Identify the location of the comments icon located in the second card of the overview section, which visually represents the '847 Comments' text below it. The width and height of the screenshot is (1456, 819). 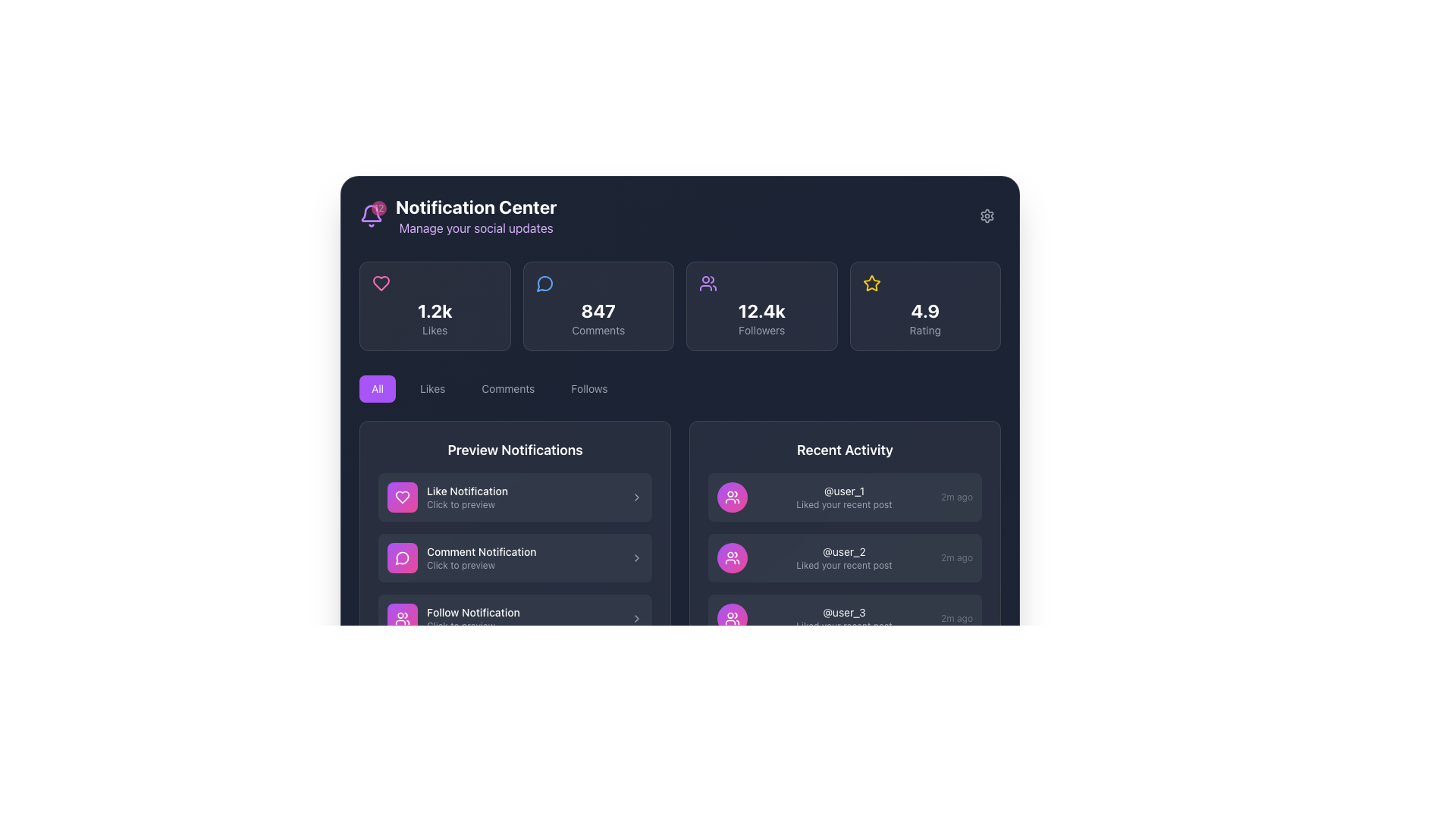
(544, 284).